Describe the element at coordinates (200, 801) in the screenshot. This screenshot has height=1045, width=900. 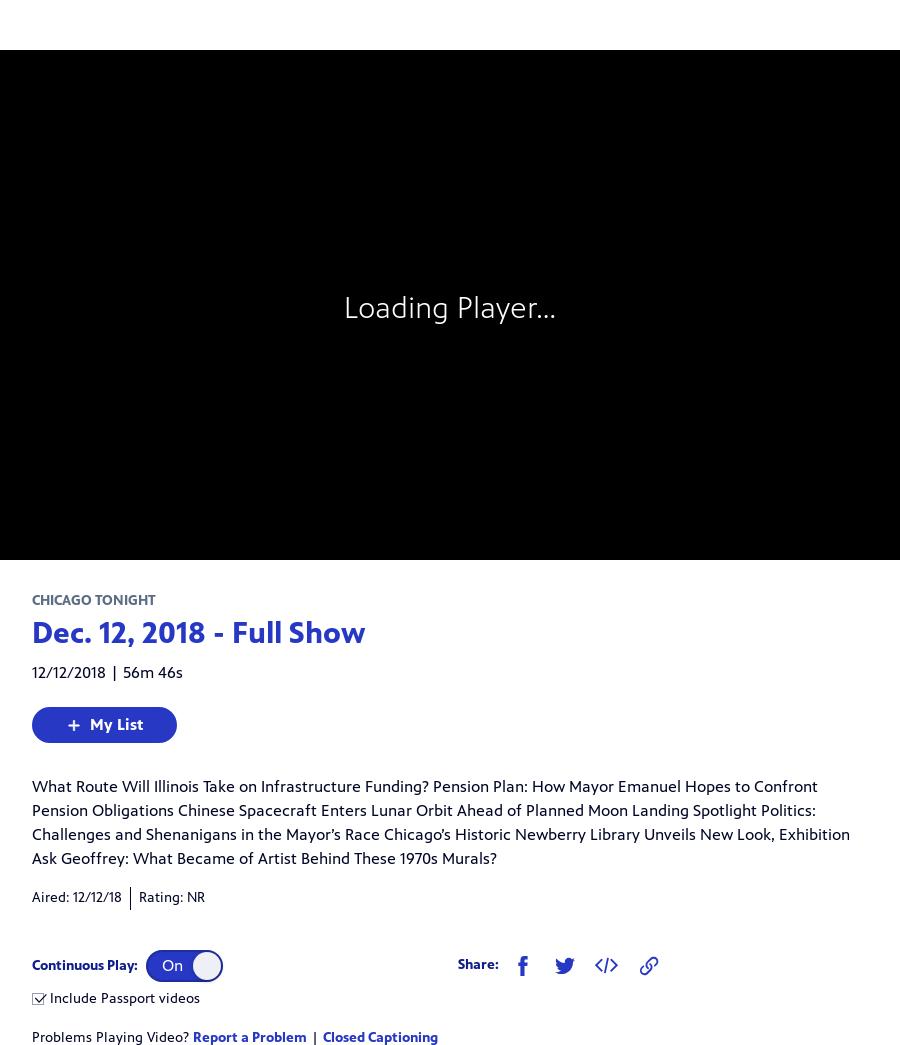
I see `'More News and Public Affairs Shows'` at that location.